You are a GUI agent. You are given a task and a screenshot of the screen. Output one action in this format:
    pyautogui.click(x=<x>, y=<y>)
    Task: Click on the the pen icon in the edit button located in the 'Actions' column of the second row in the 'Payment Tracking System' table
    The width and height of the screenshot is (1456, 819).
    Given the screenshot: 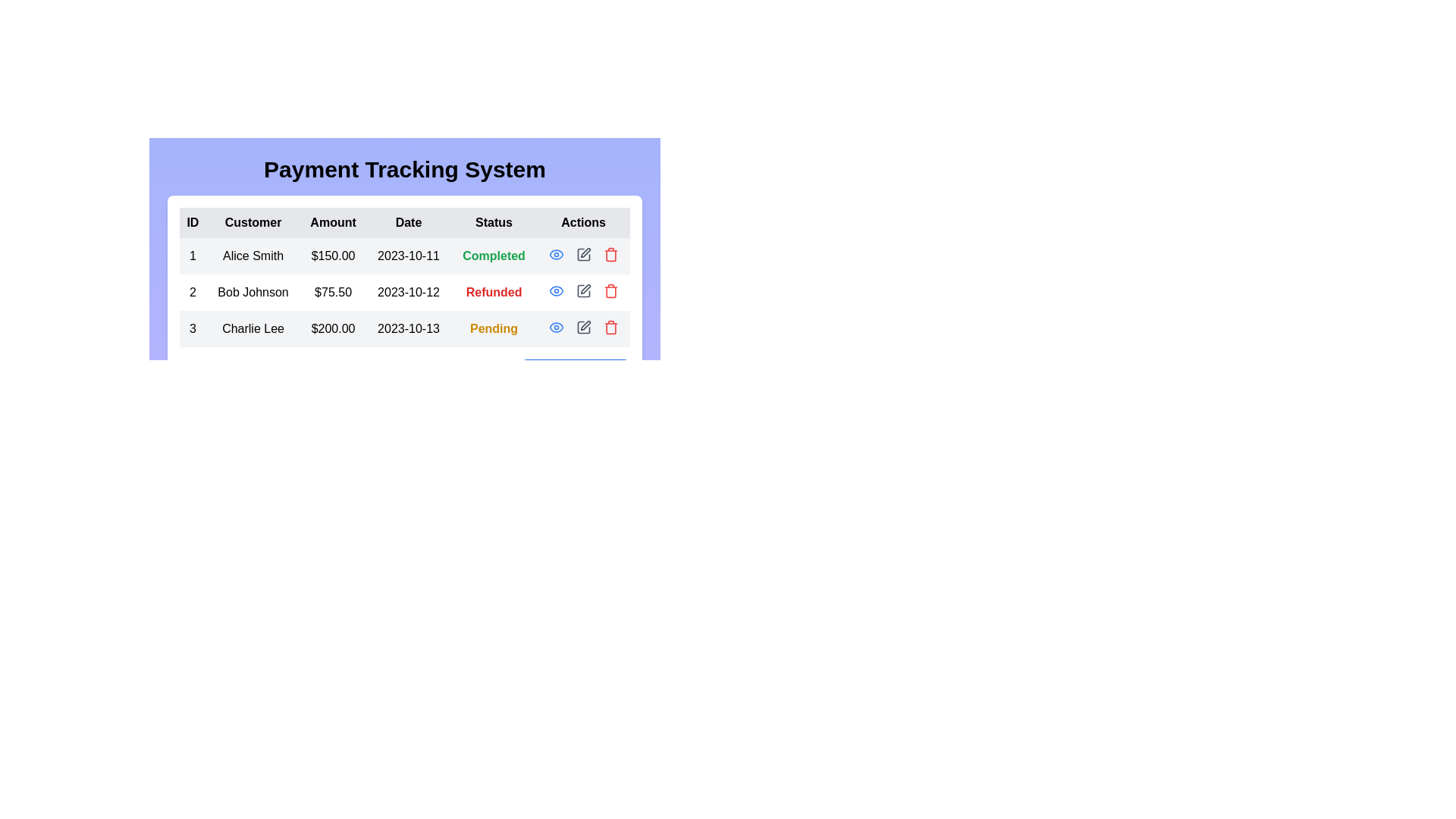 What is the action you would take?
    pyautogui.click(x=585, y=289)
    